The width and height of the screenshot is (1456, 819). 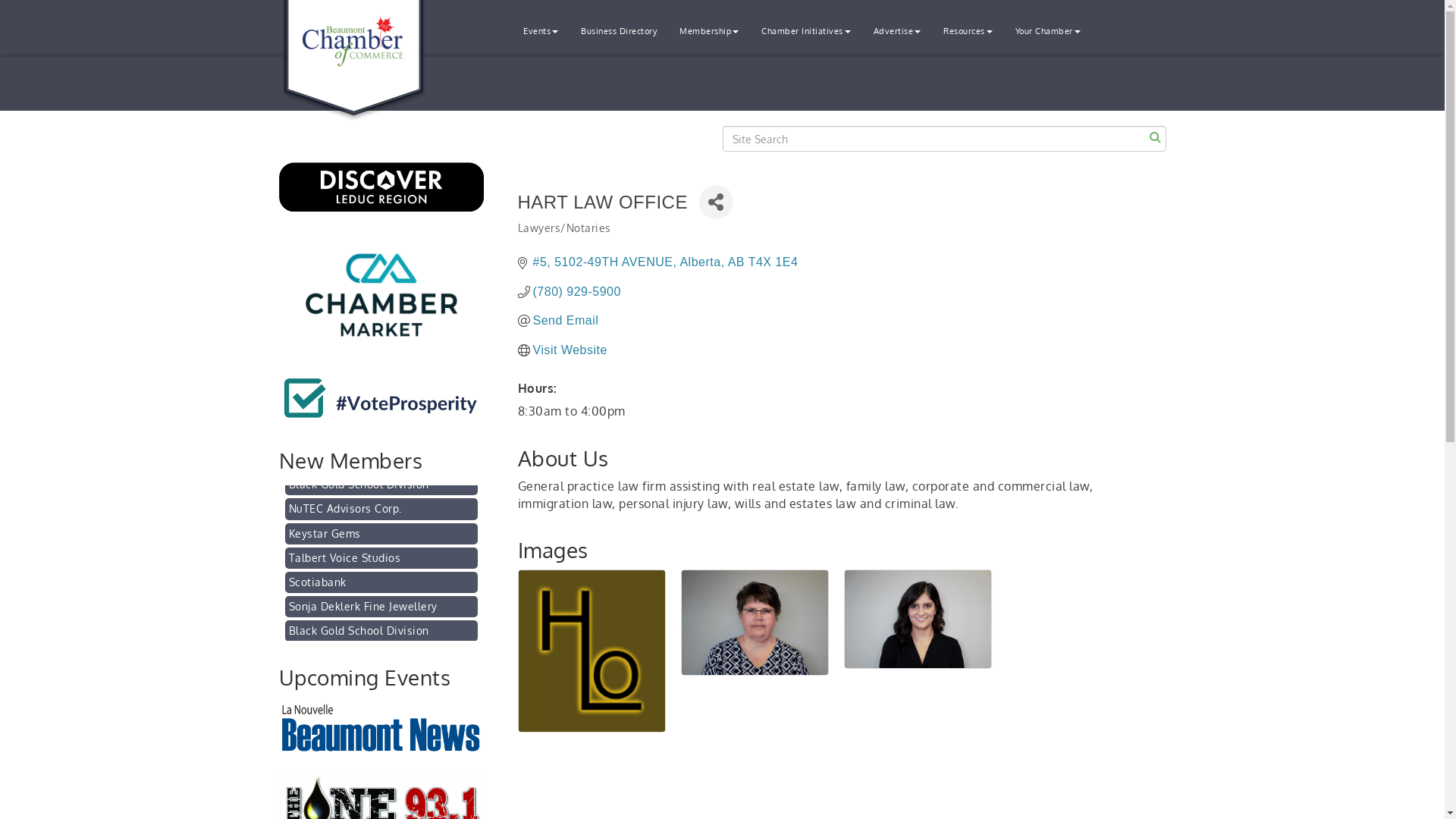 What do you see at coordinates (564, 319) in the screenshot?
I see `'Send Email'` at bounding box center [564, 319].